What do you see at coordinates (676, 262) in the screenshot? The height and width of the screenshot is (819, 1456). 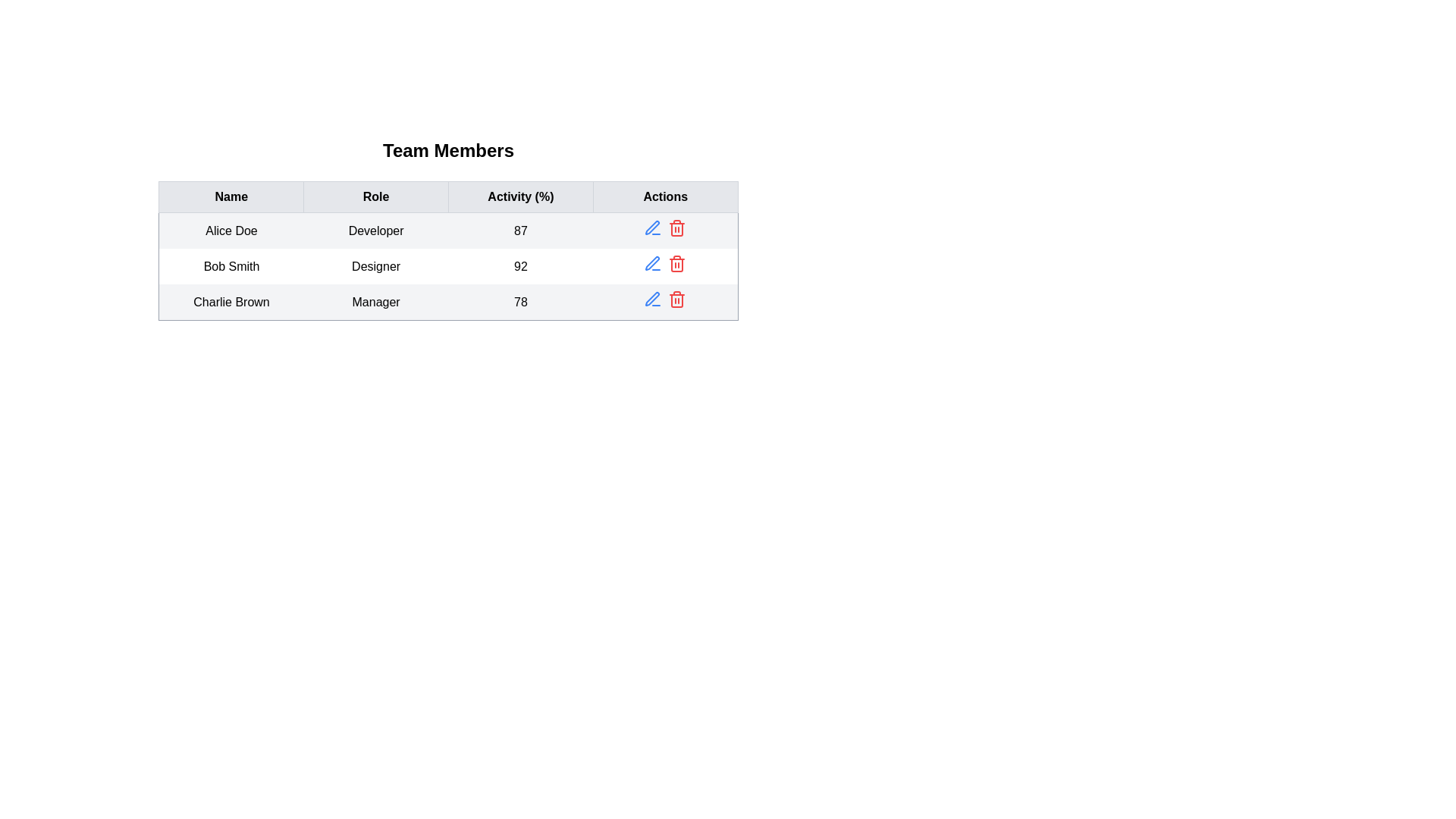 I see `the delete icon for the team member named Bob Smith` at bounding box center [676, 262].